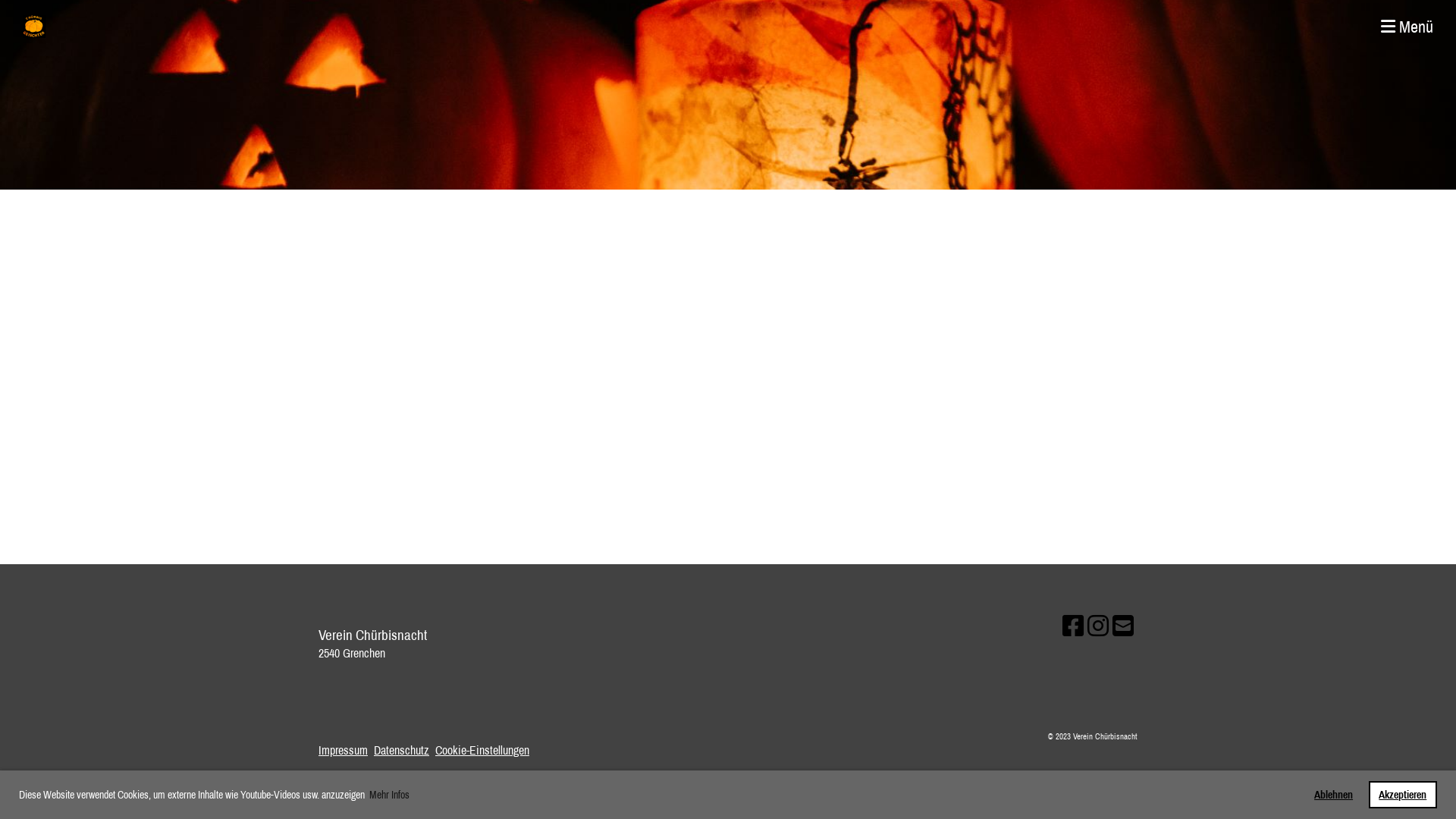 The width and height of the screenshot is (1456, 819). I want to click on 'Ablehnen', so click(1332, 794).